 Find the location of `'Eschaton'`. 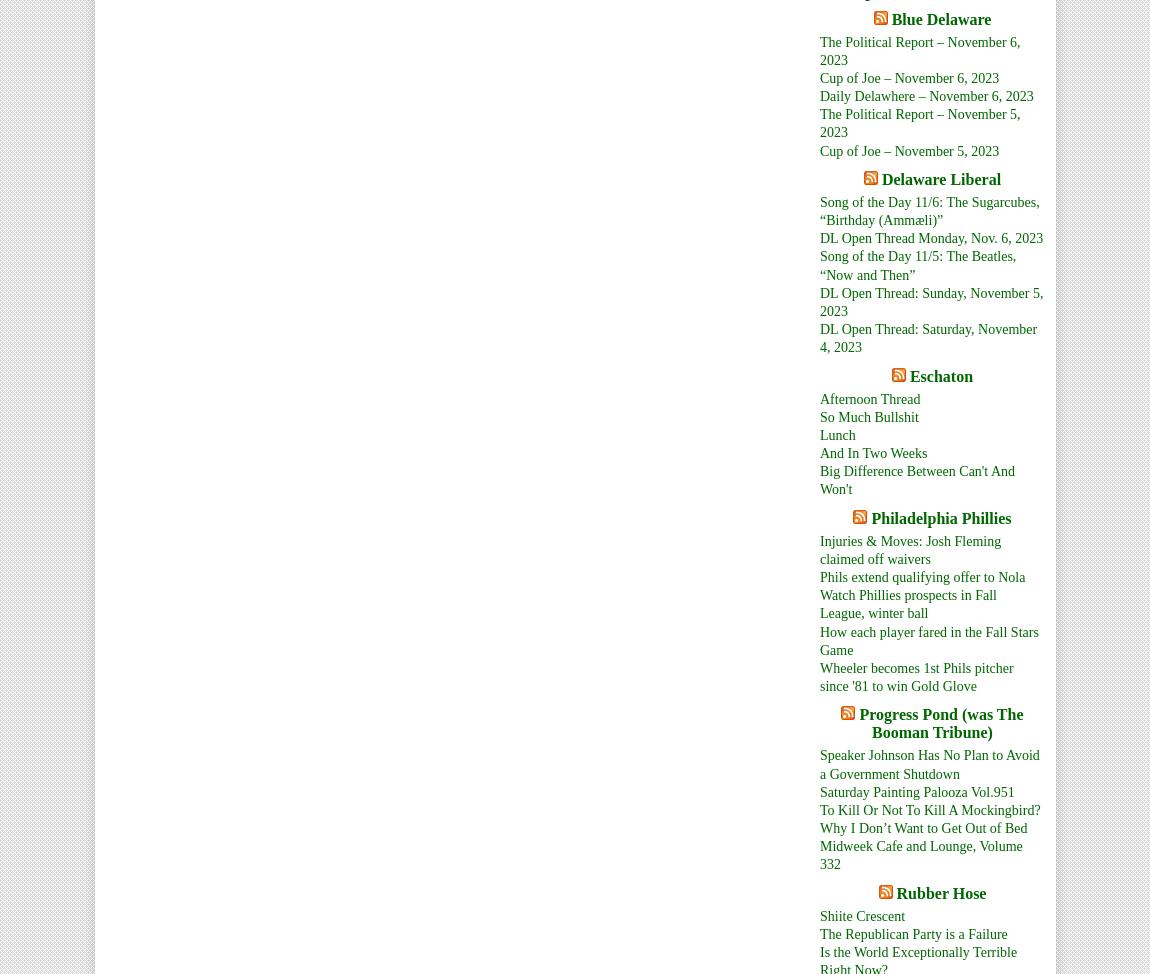

'Eschaton' is located at coordinates (941, 375).